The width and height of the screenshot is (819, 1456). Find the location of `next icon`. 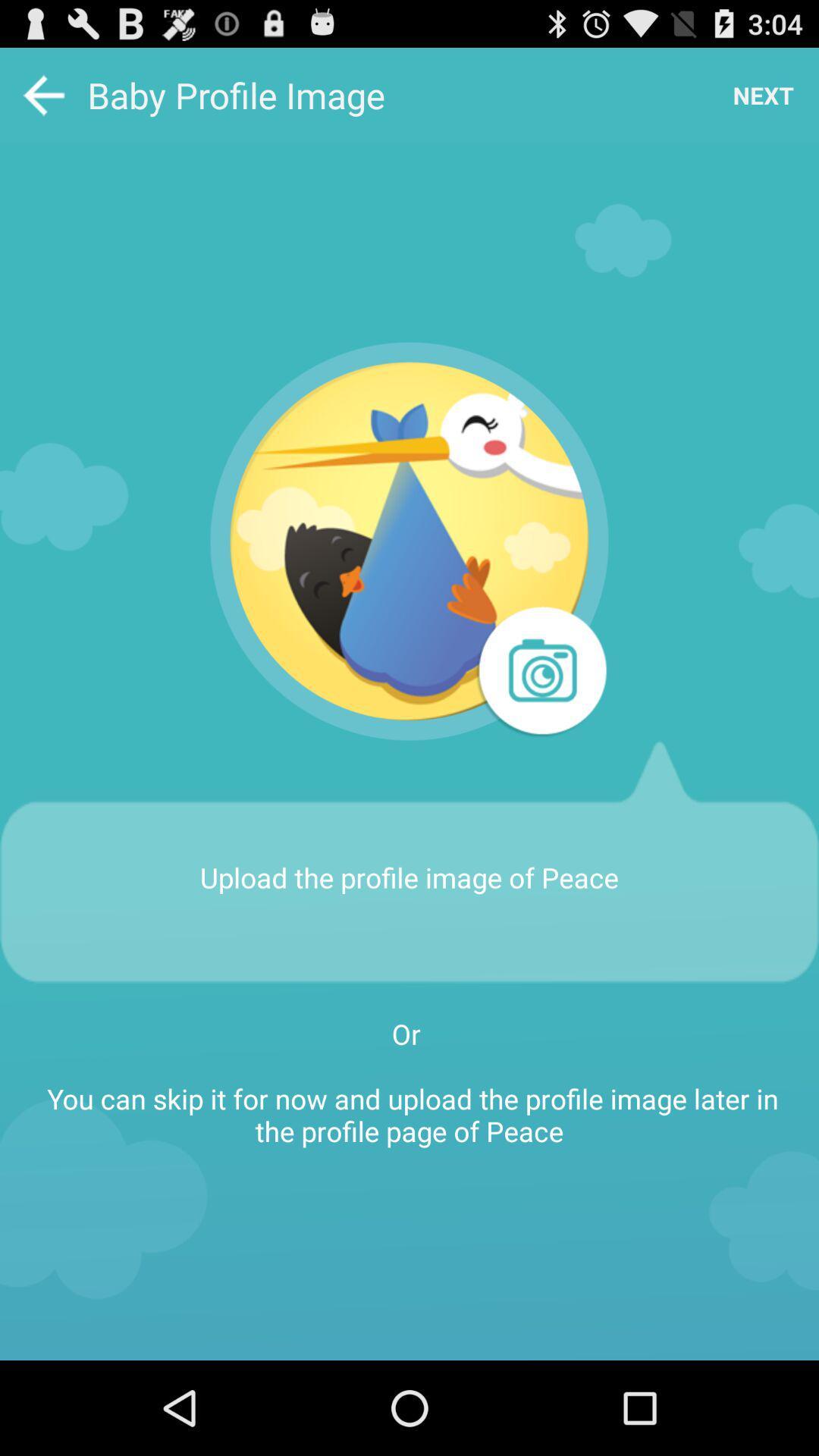

next icon is located at coordinates (763, 94).